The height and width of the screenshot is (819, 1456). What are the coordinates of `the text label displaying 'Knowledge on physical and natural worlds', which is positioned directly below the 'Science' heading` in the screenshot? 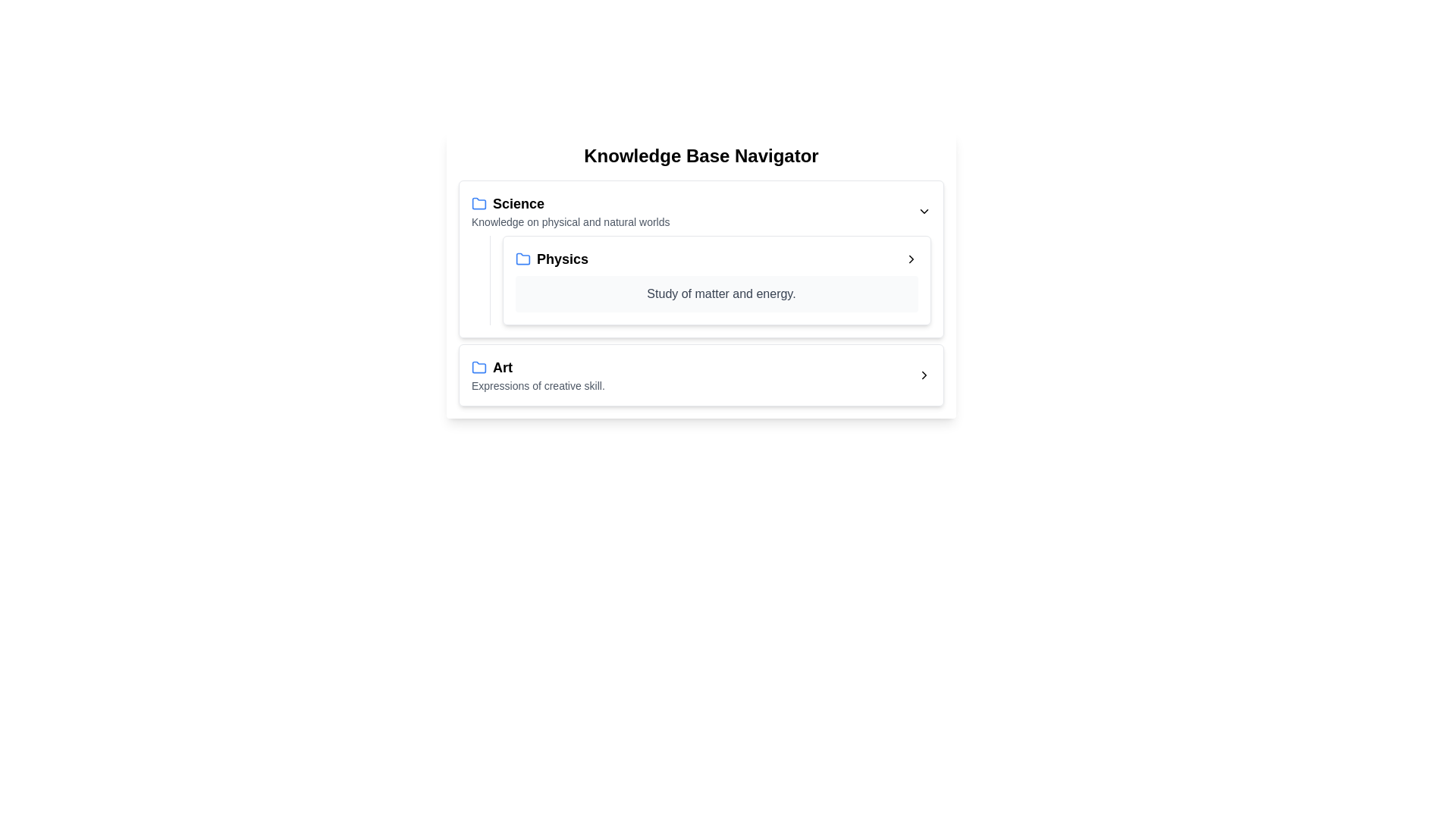 It's located at (570, 222).